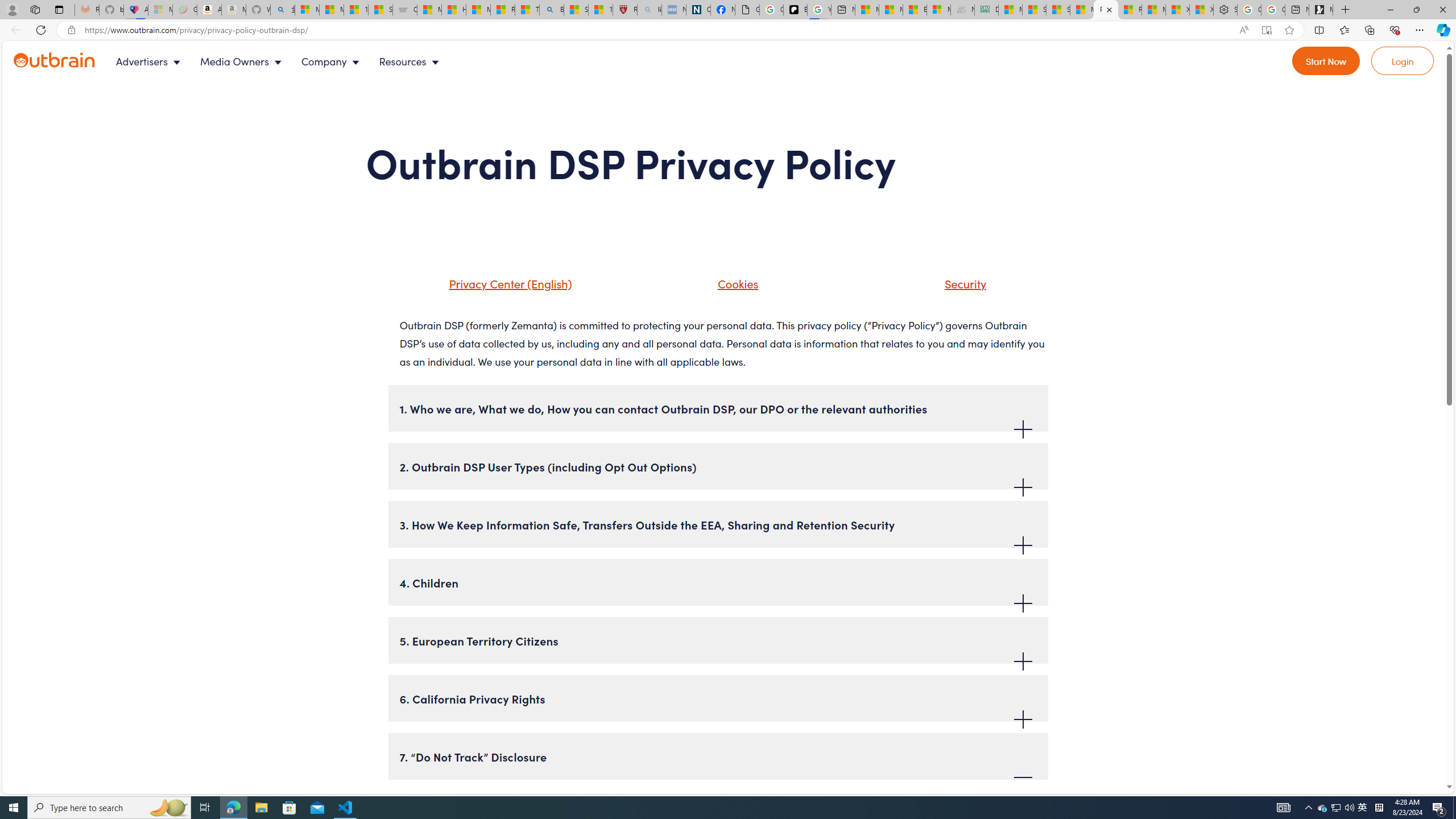 This screenshot has height=819, width=1456. Describe the element at coordinates (411, 61) in the screenshot. I see `'Resources'` at that location.